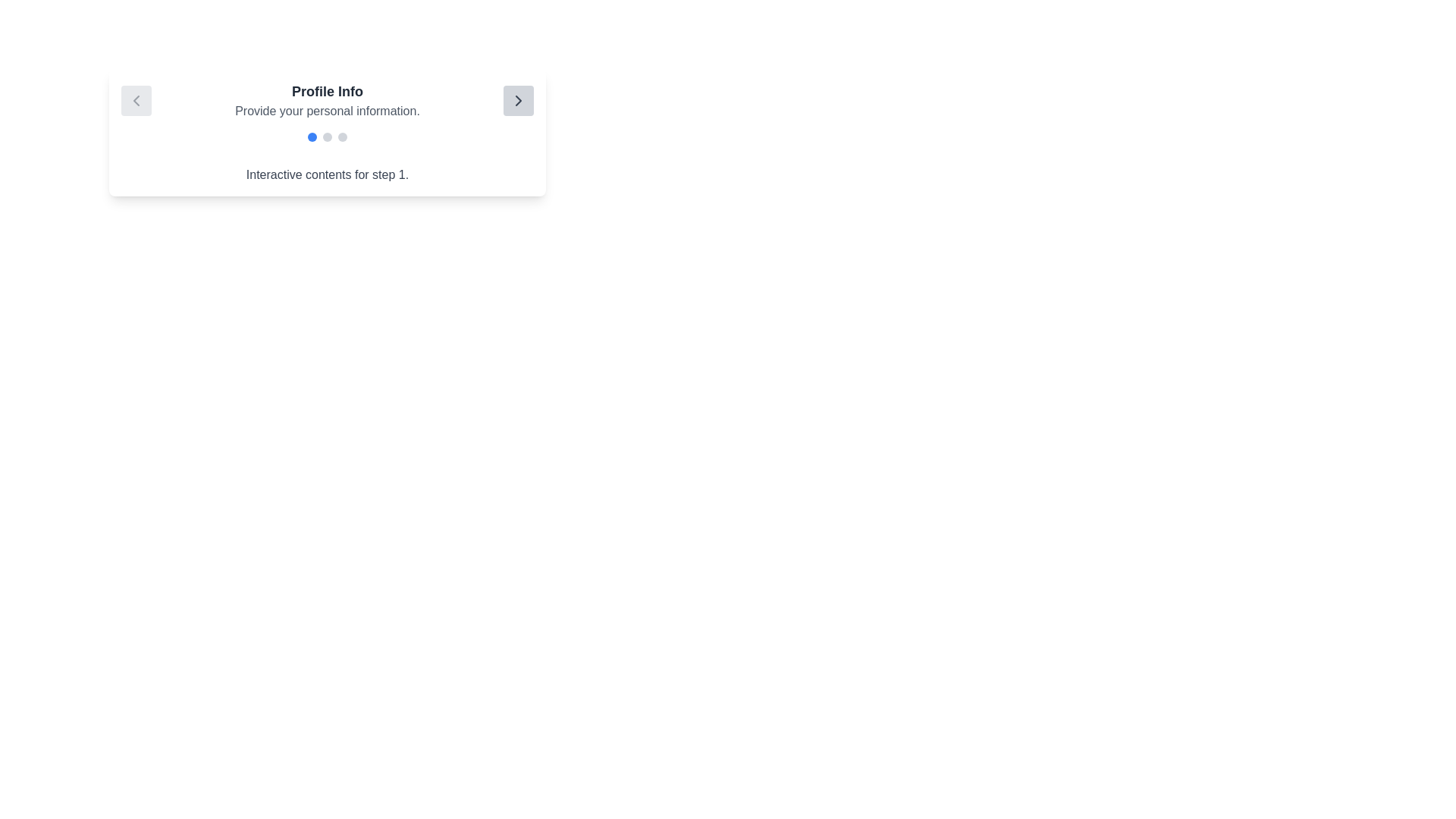 Image resolution: width=1456 pixels, height=819 pixels. I want to click on the navigation button located in the upper-right portion of the 'Profile Info' section to change its appearance, so click(519, 100).